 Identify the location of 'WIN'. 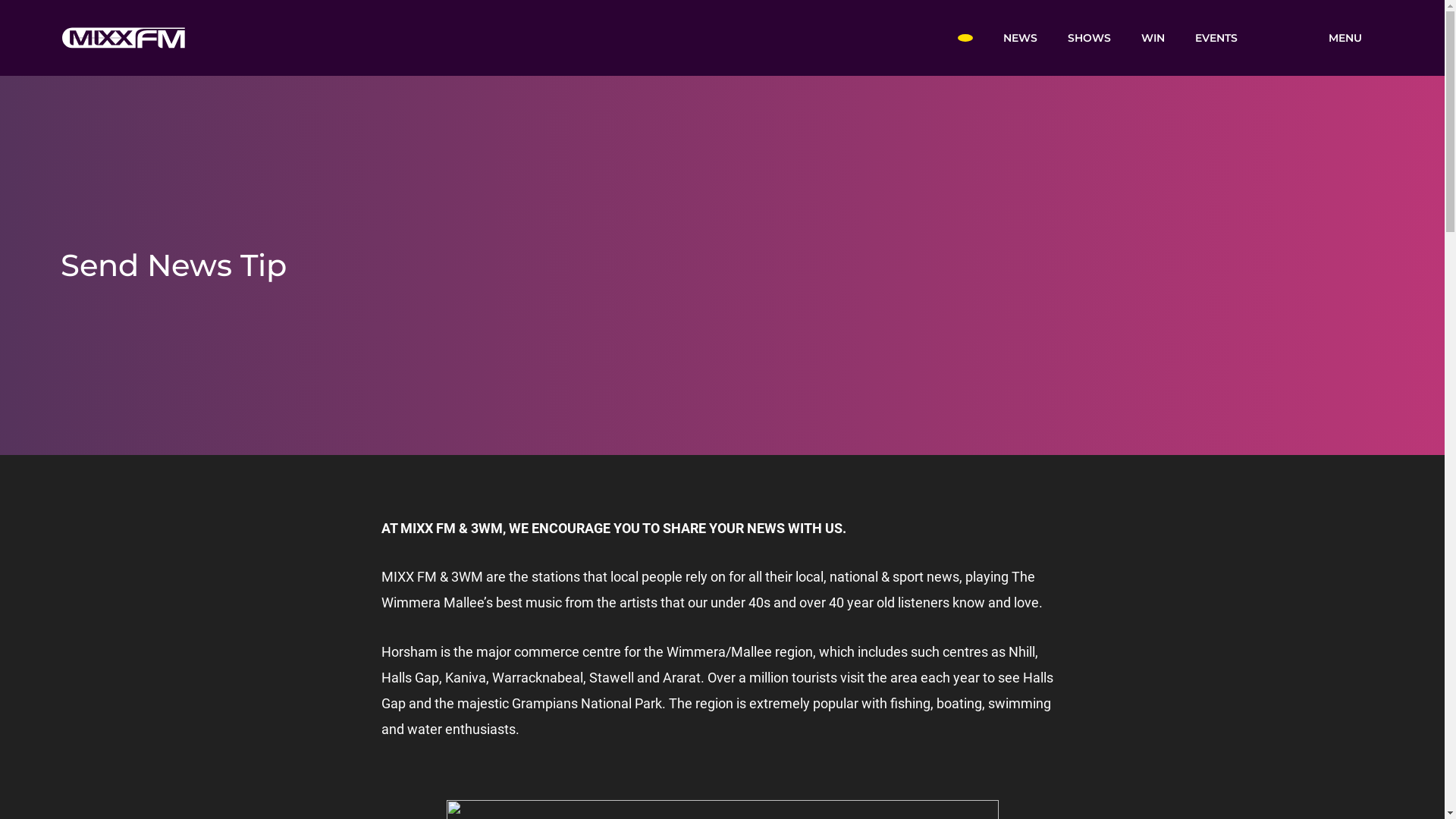
(1152, 36).